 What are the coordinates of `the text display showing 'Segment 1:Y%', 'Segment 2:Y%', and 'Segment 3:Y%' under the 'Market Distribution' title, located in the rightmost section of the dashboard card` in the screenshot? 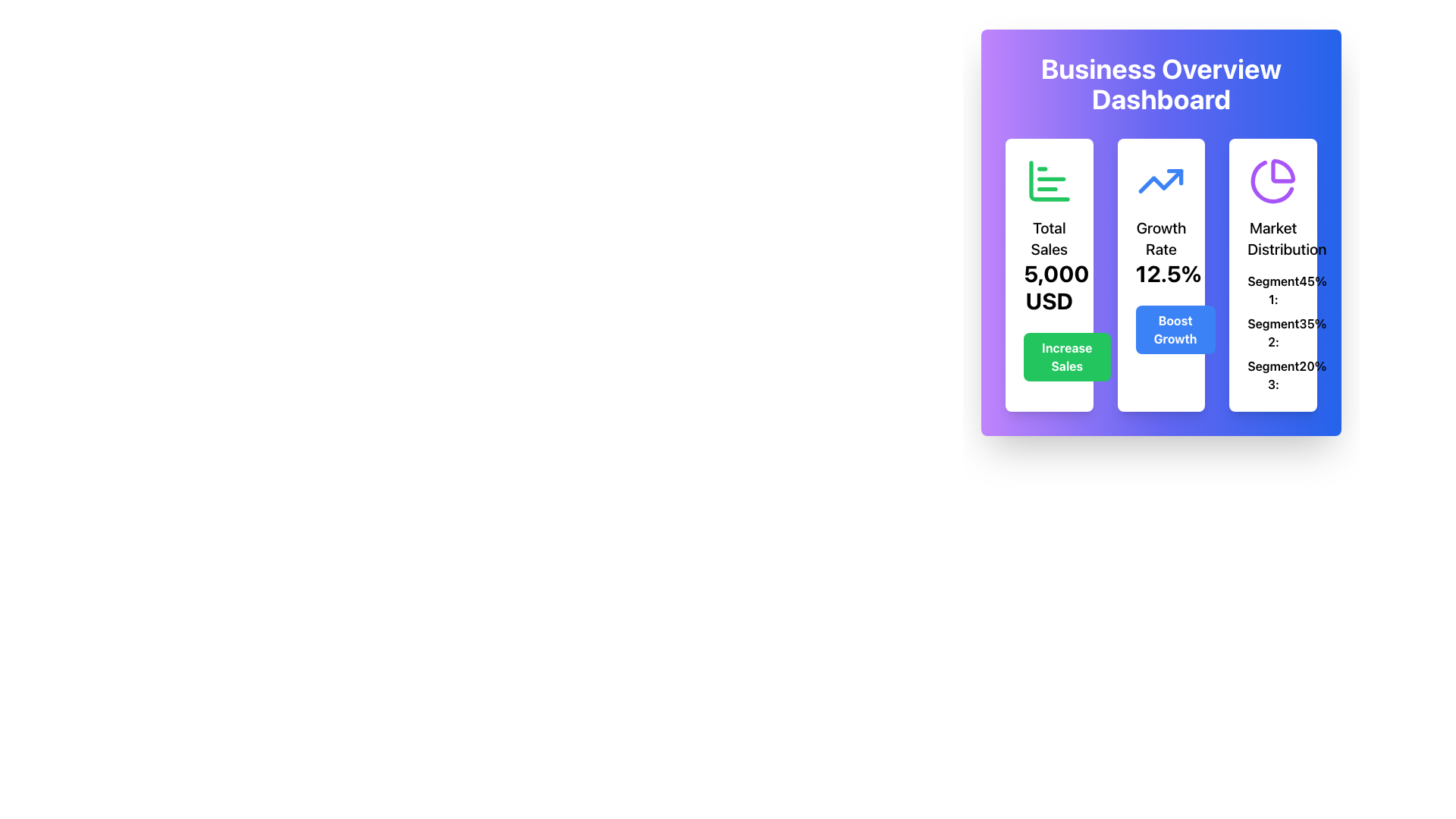 It's located at (1273, 332).